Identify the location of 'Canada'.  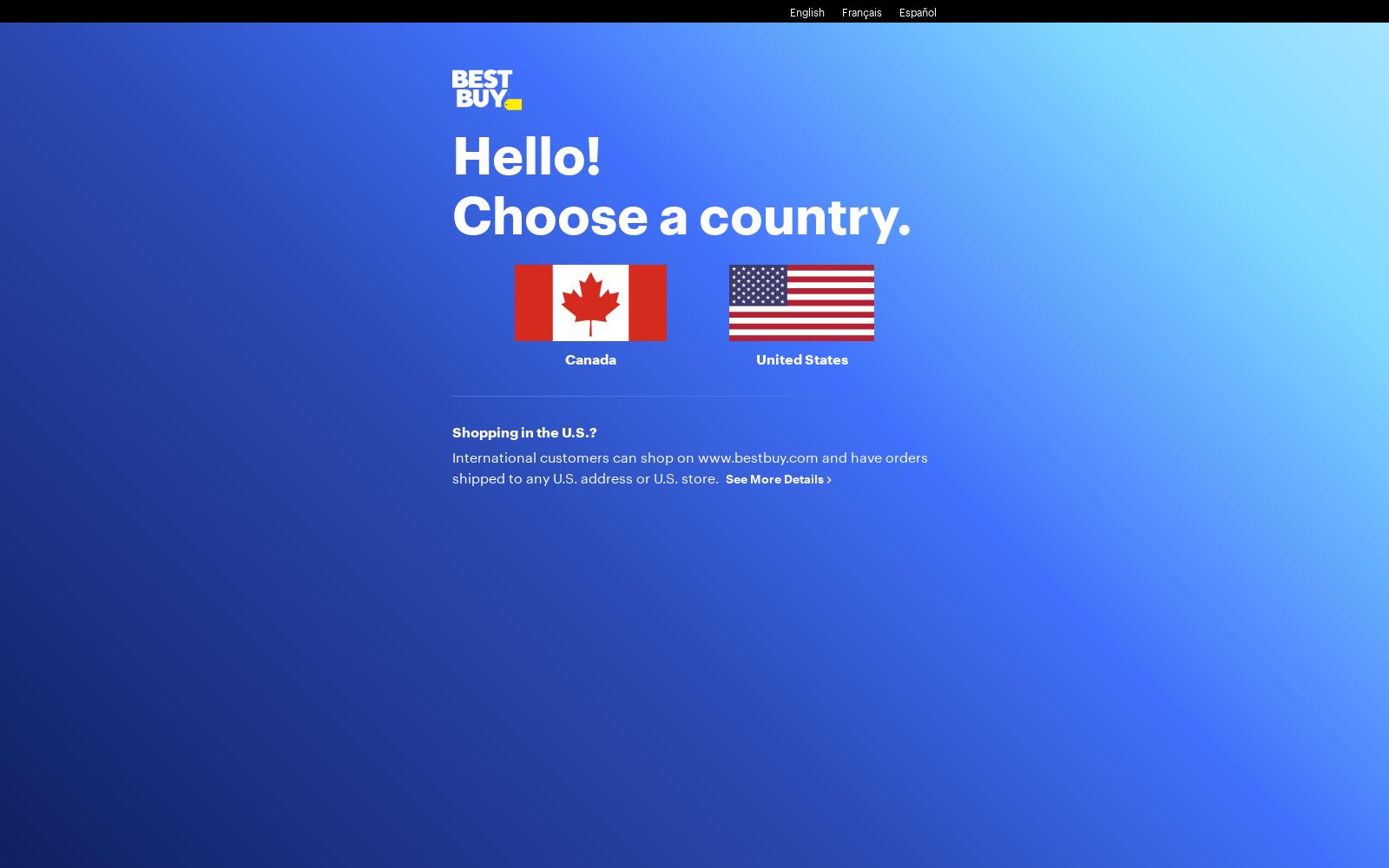
(563, 358).